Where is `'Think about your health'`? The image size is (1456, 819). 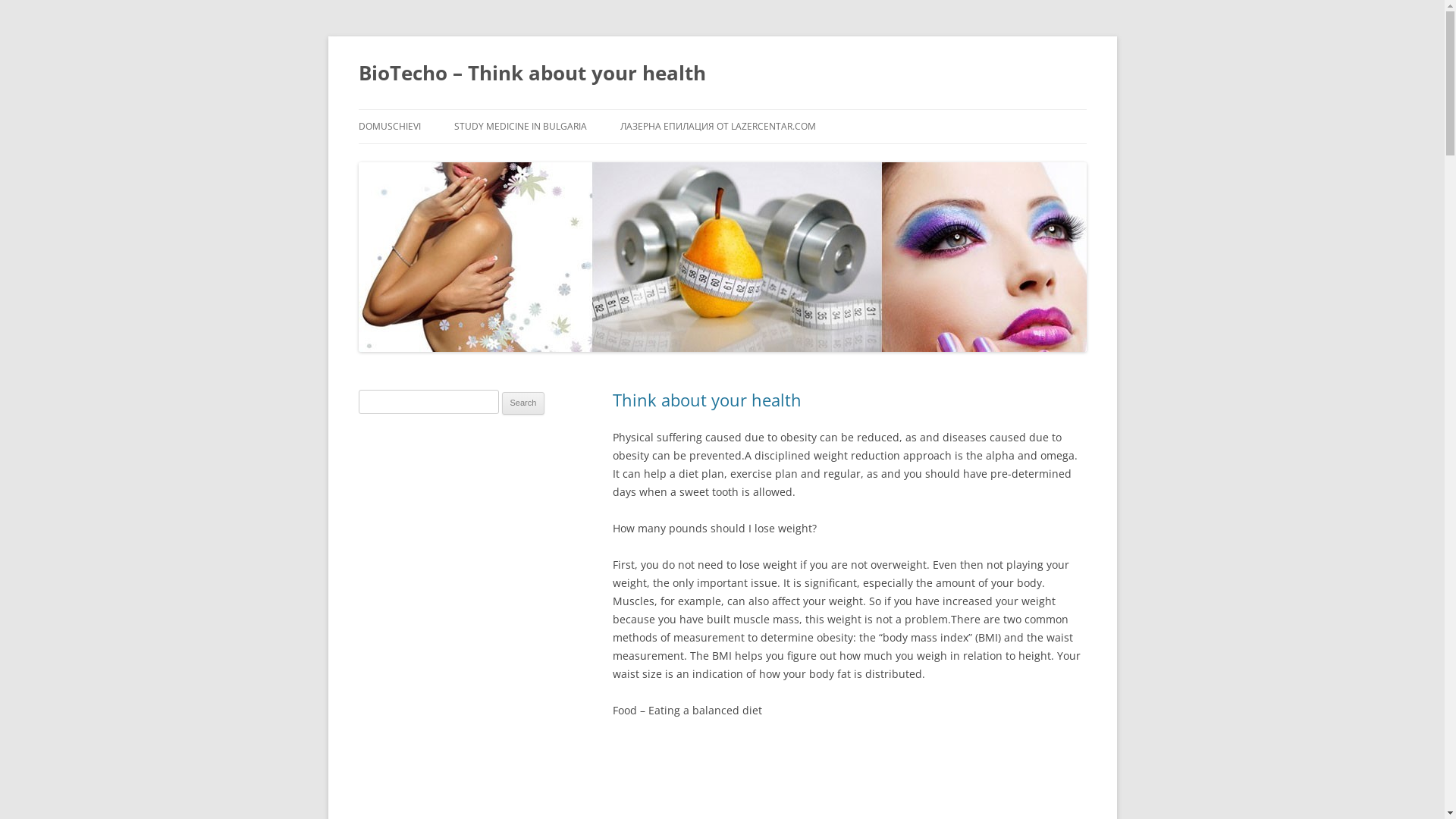
'Think about your health' is located at coordinates (706, 399).